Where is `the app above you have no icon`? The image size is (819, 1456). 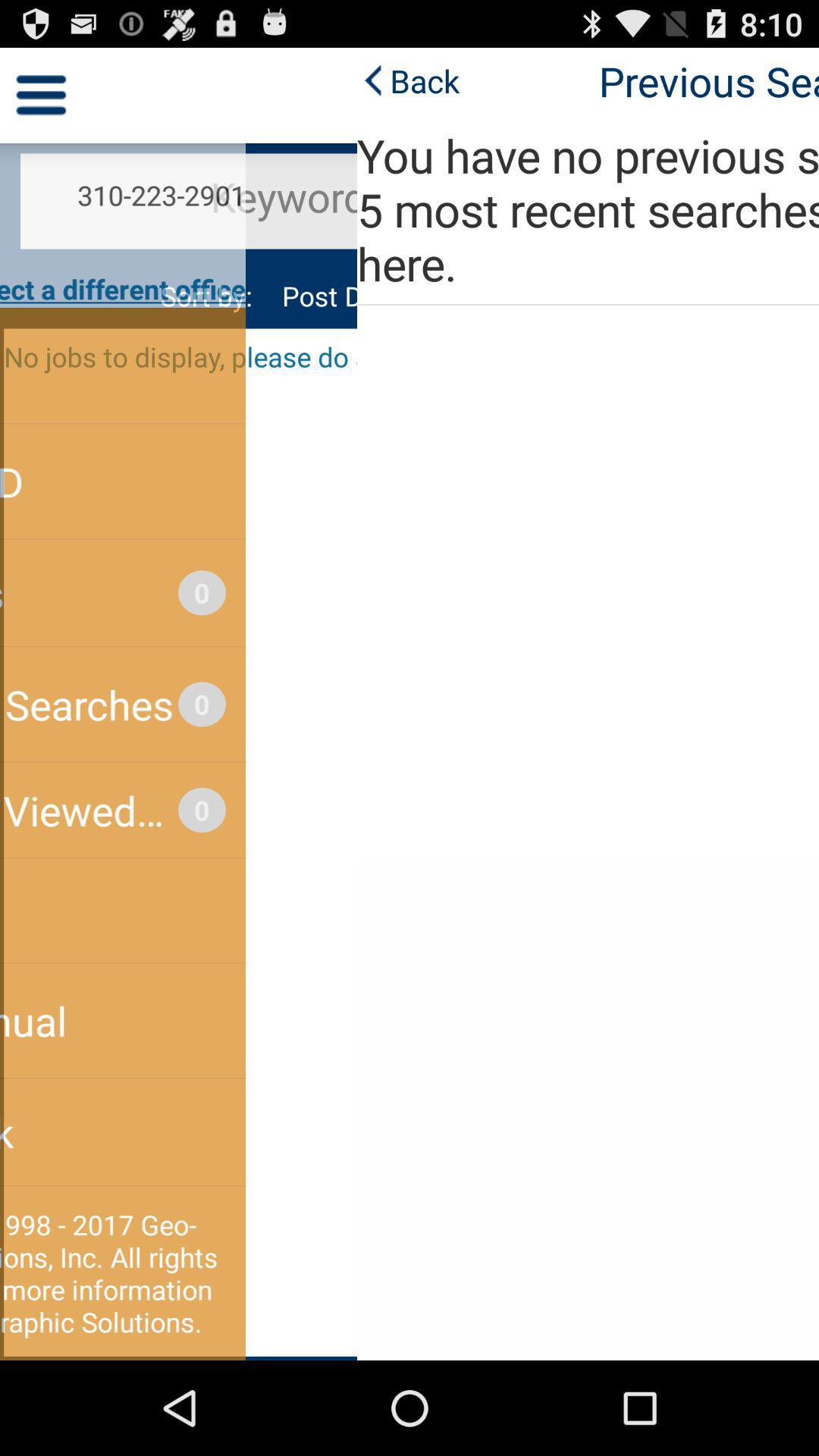
the app above you have no icon is located at coordinates (50, 80).